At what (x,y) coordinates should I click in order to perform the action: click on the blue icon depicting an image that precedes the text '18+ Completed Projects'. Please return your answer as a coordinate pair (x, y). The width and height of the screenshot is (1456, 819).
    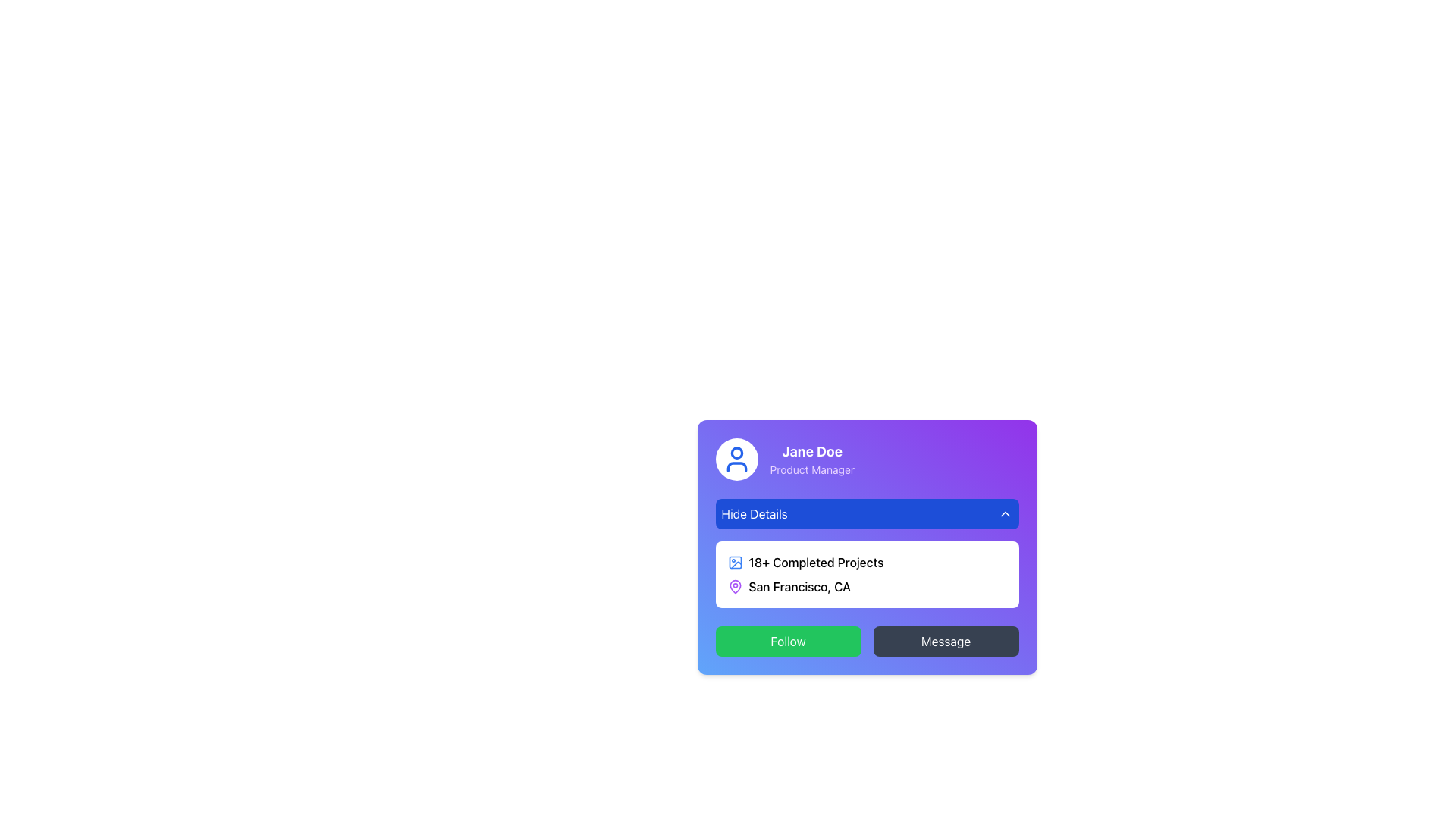
    Looking at the image, I should click on (735, 562).